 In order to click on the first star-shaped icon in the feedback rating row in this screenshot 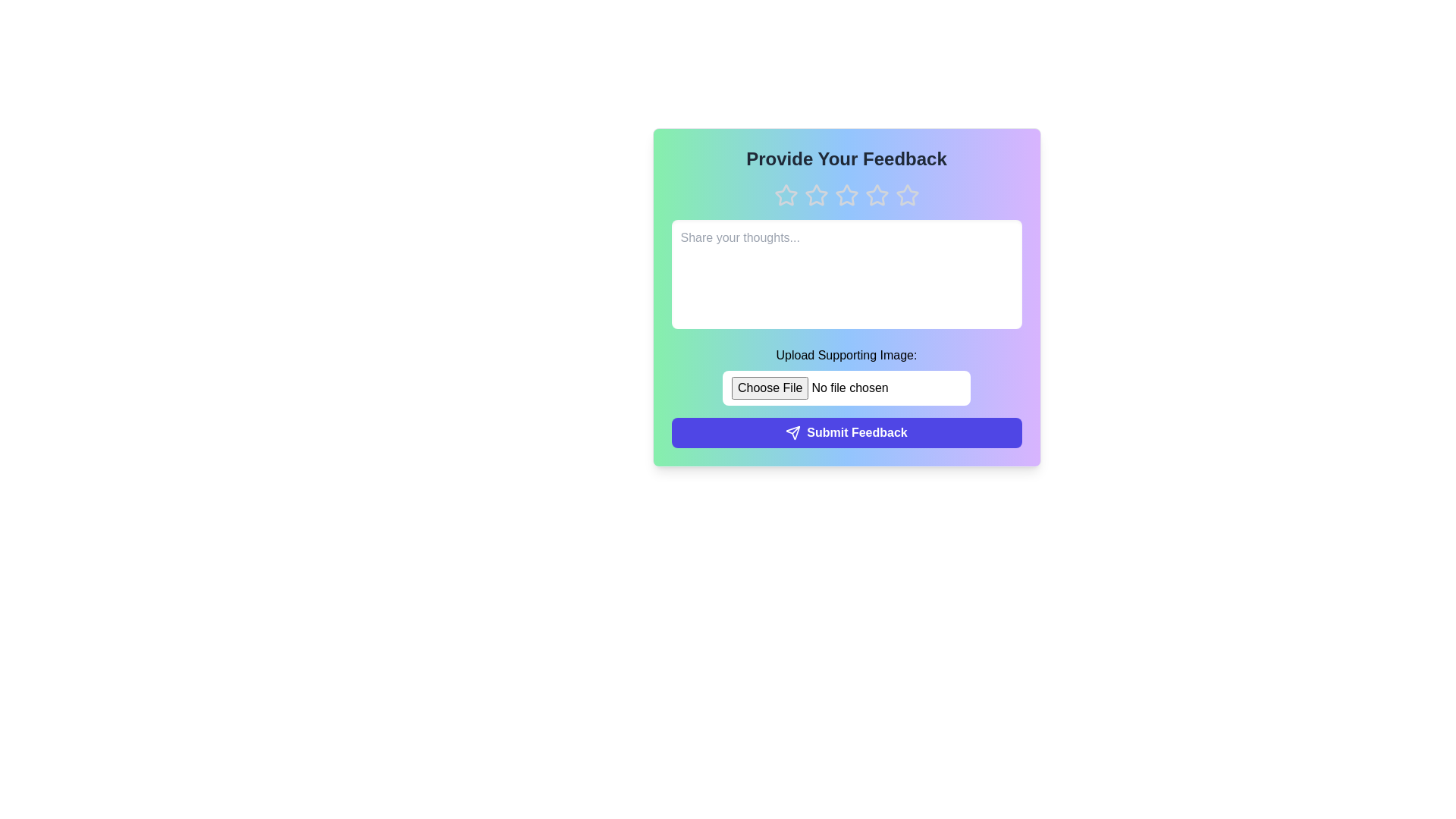, I will do `click(786, 194)`.